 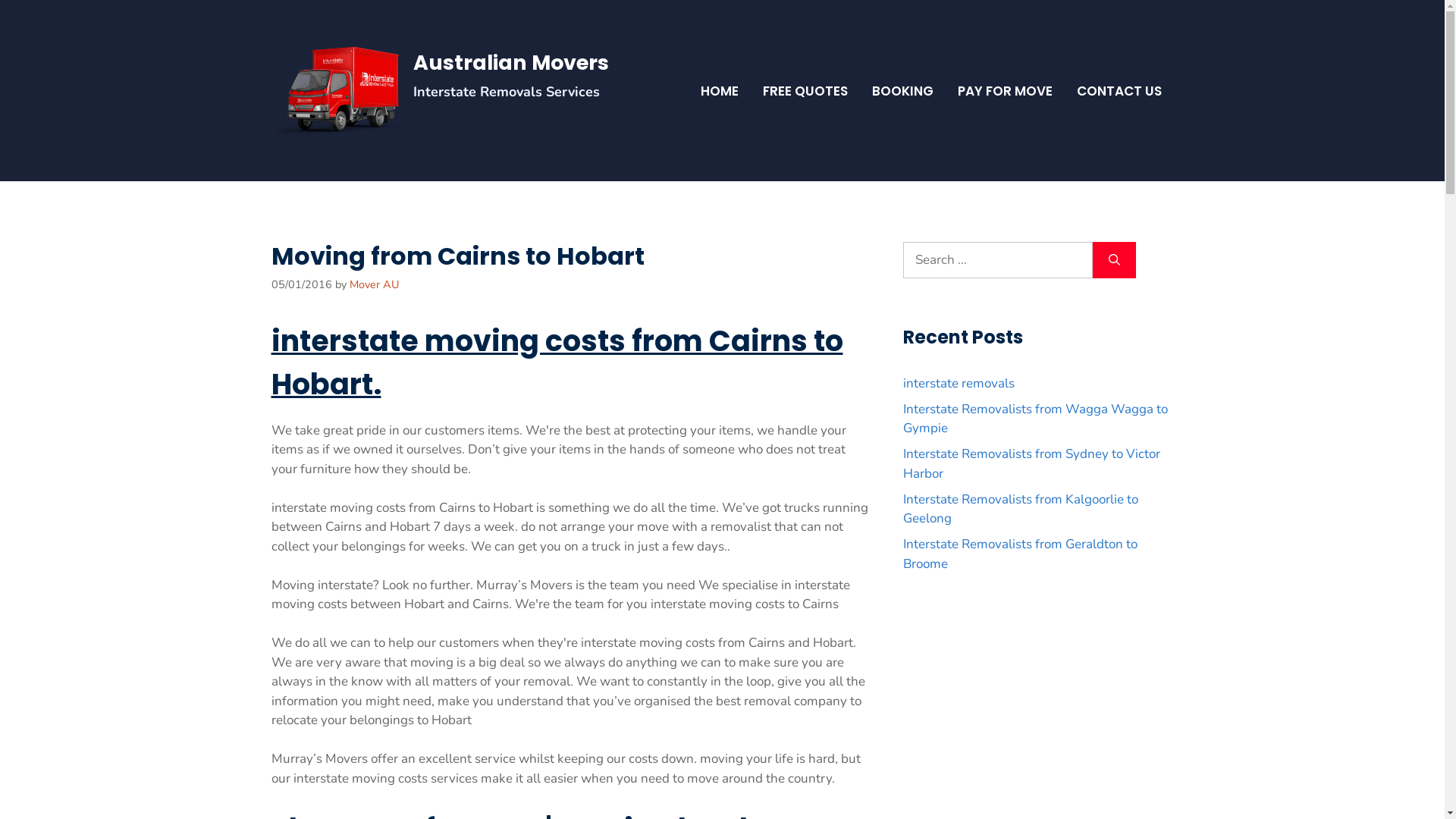 I want to click on 'Search for:', so click(x=902, y=259).